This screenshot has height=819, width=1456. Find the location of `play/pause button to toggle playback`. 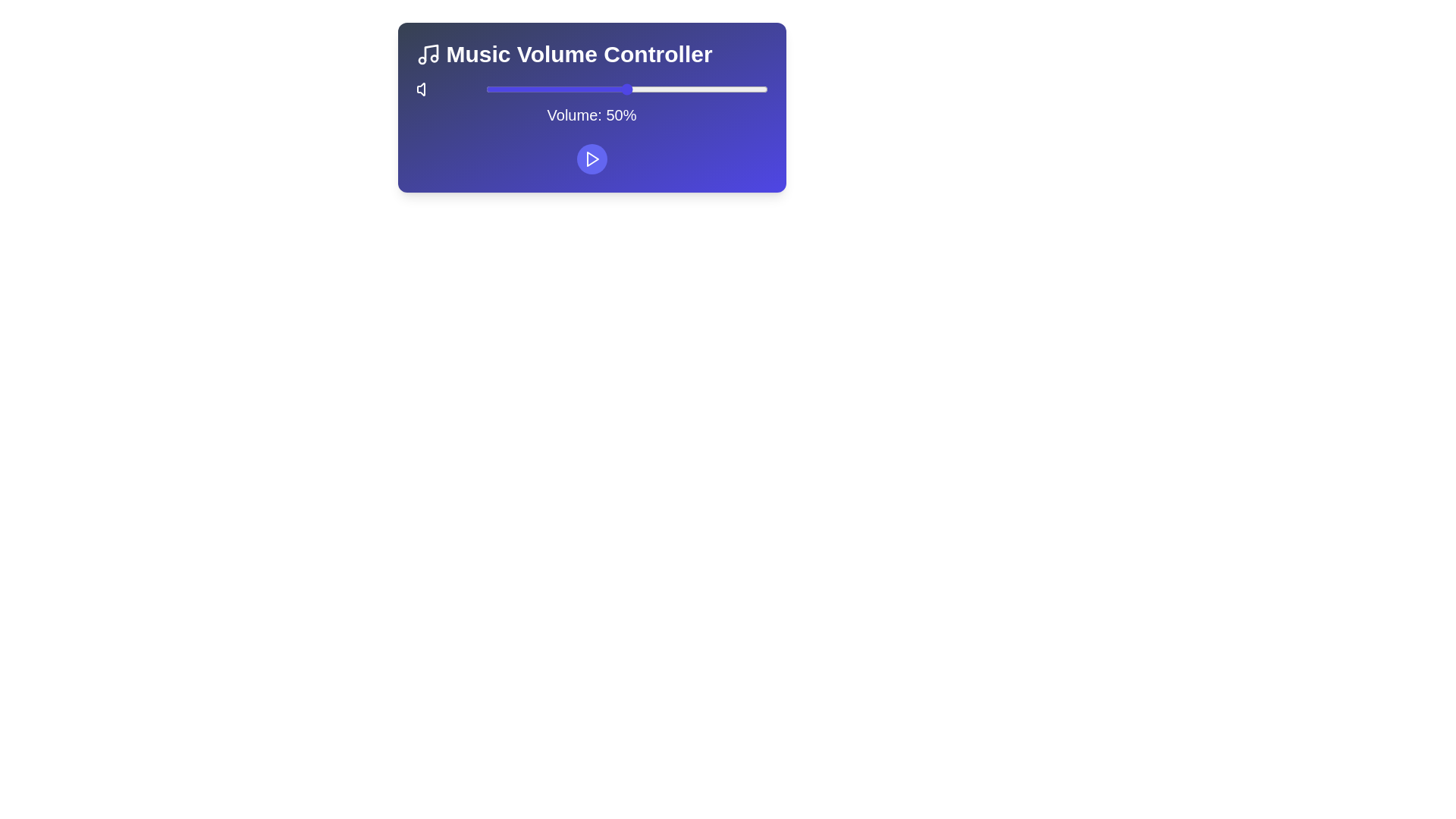

play/pause button to toggle playback is located at coordinates (591, 158).